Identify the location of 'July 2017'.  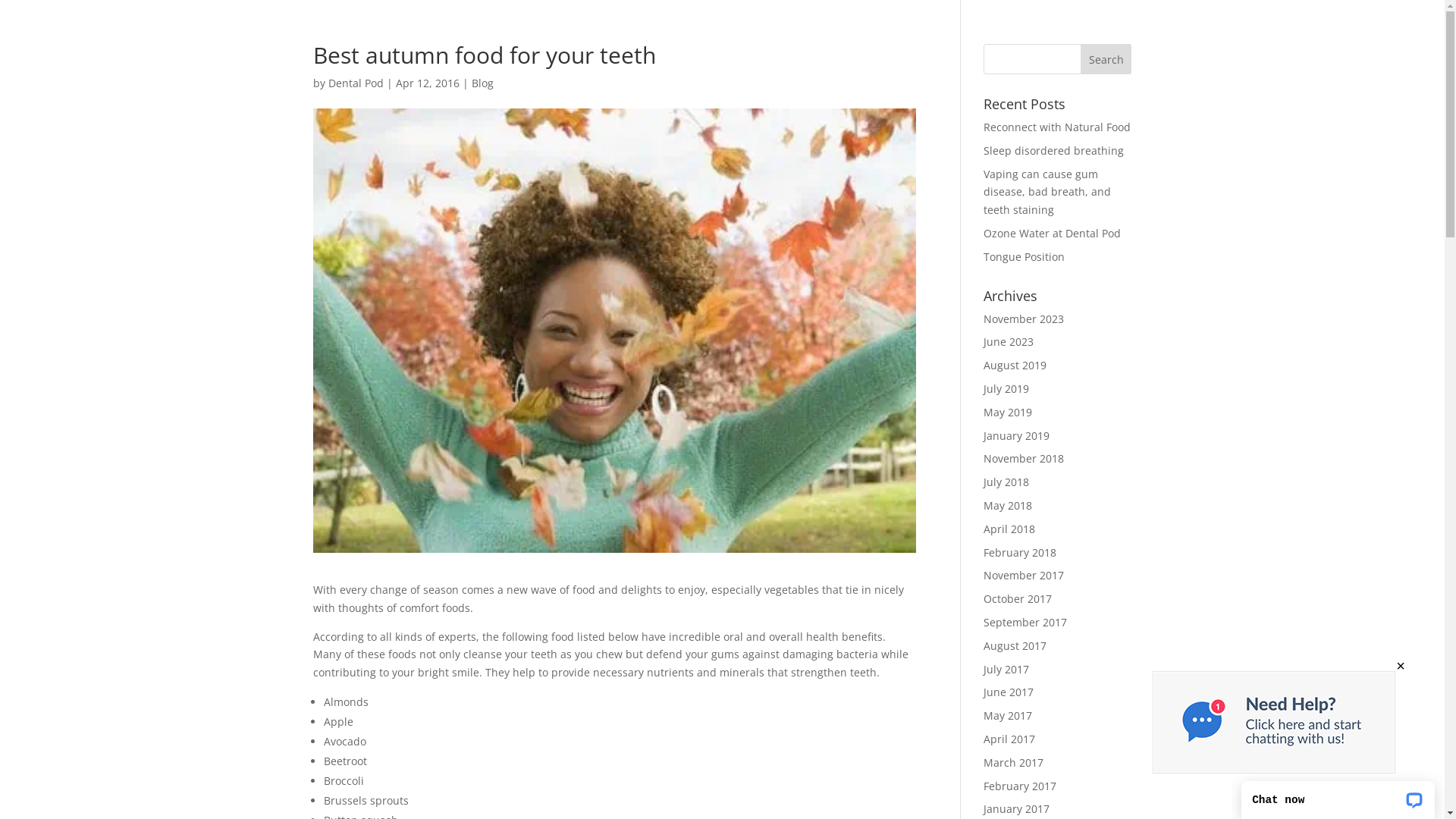
(1006, 668).